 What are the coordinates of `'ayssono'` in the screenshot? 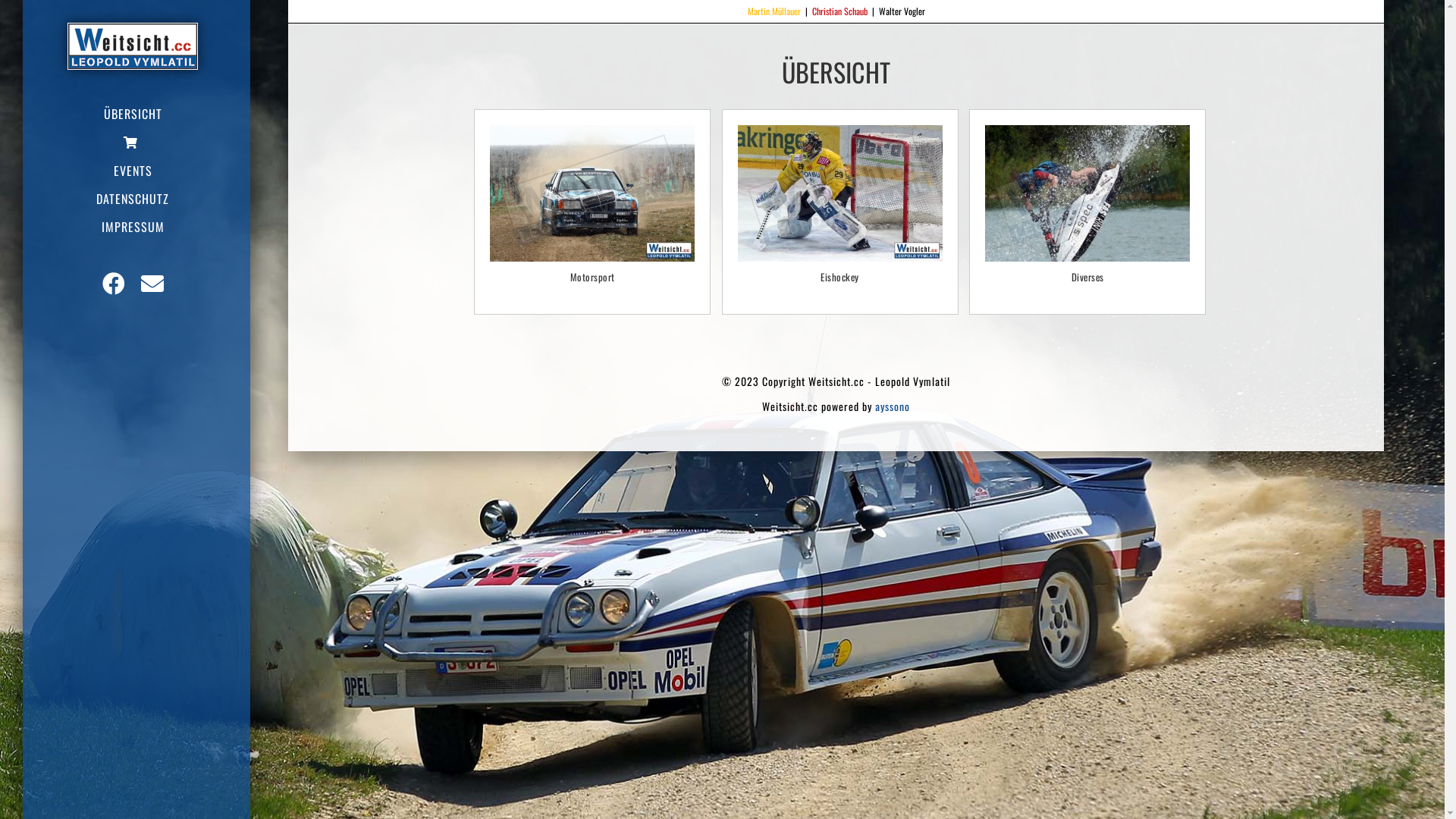 It's located at (874, 405).